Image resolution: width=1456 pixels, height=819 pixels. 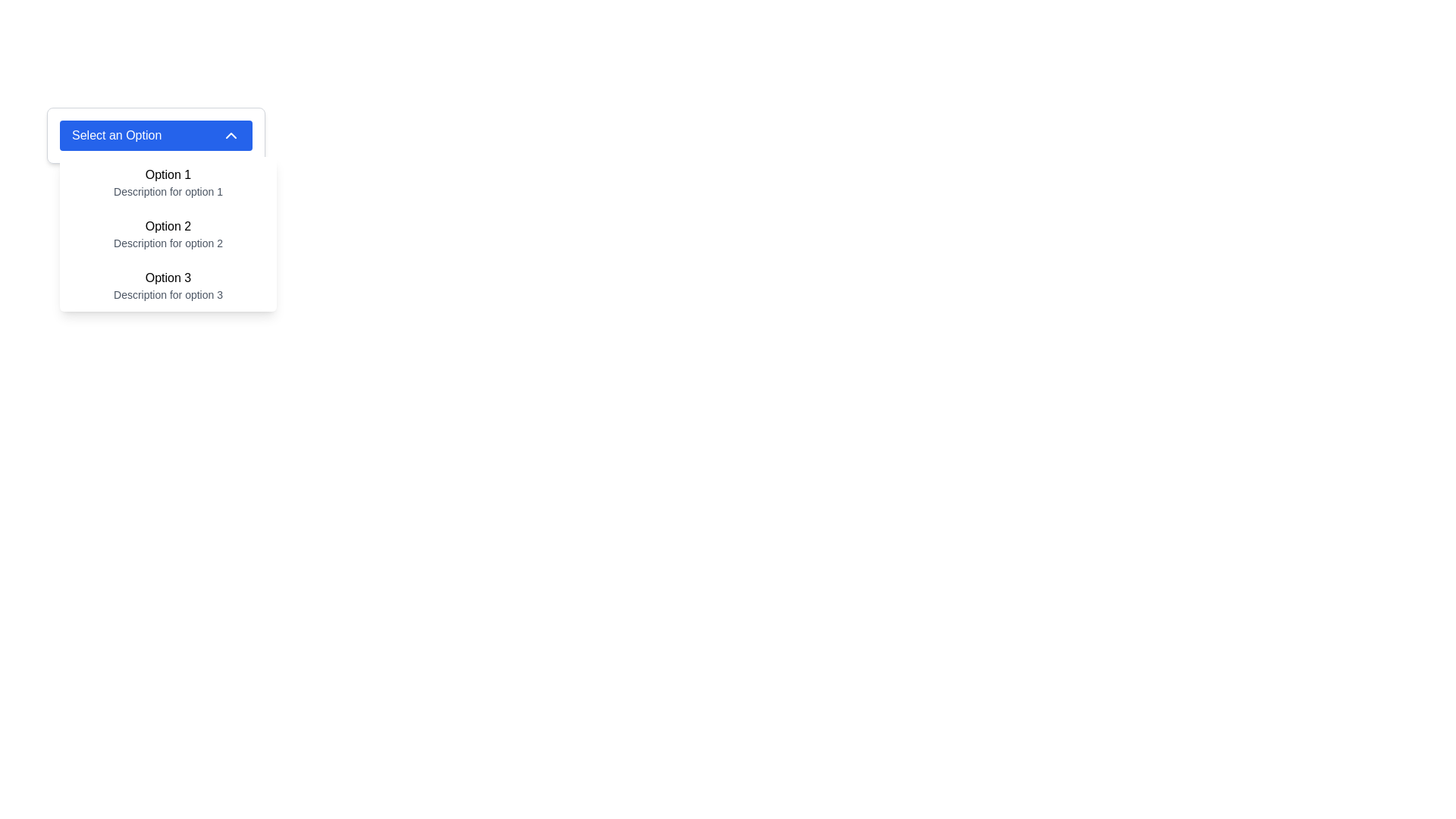 I want to click on the text label 'Option 1' in the dropdown menu, so click(x=168, y=174).